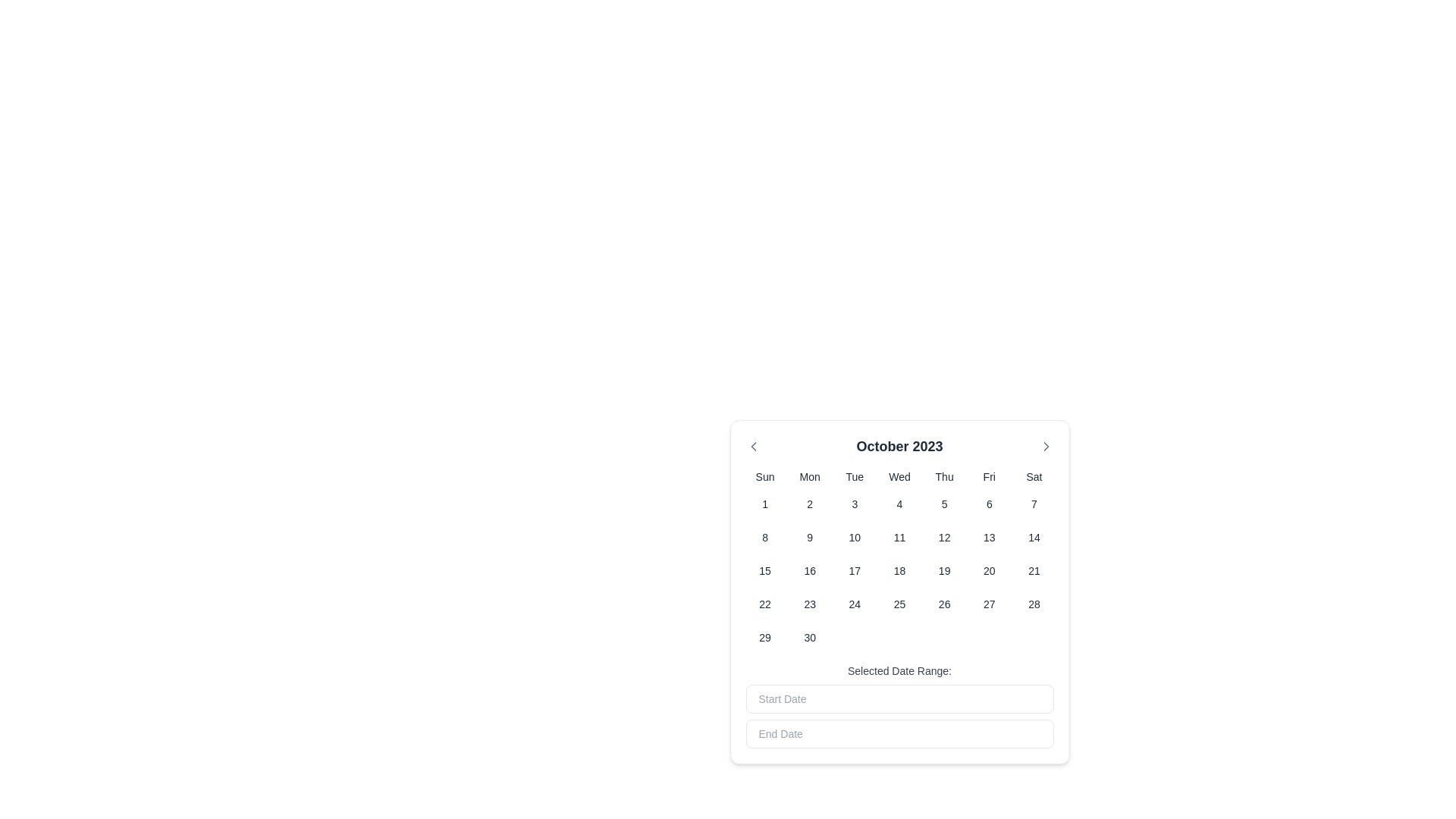 The image size is (1456, 819). What do you see at coordinates (855, 537) in the screenshot?
I see `the date selection button for October 10th, 2023, located under the 'Tue' column in the calendar grid layout` at bounding box center [855, 537].